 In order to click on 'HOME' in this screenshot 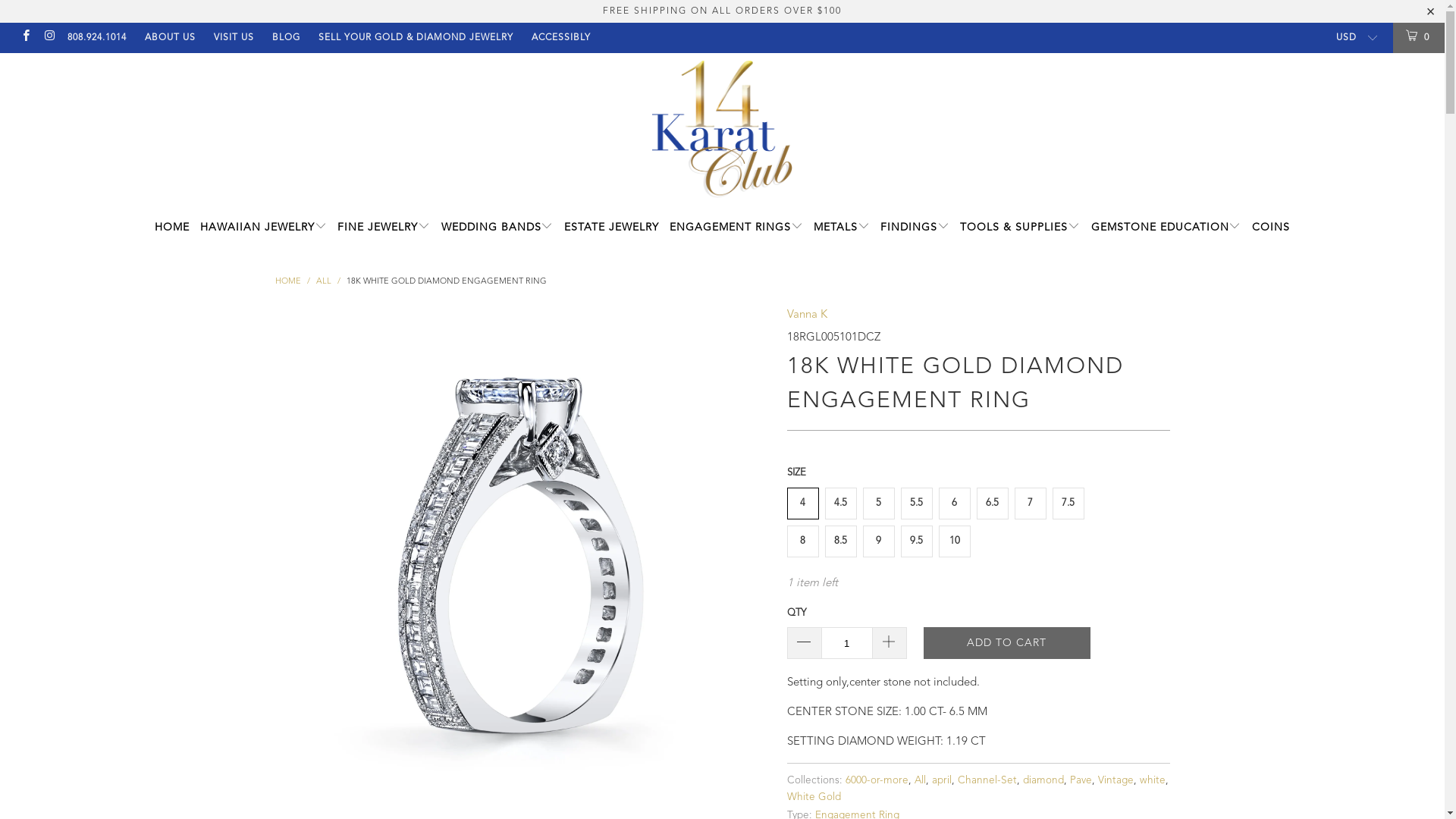, I will do `click(171, 227)`.